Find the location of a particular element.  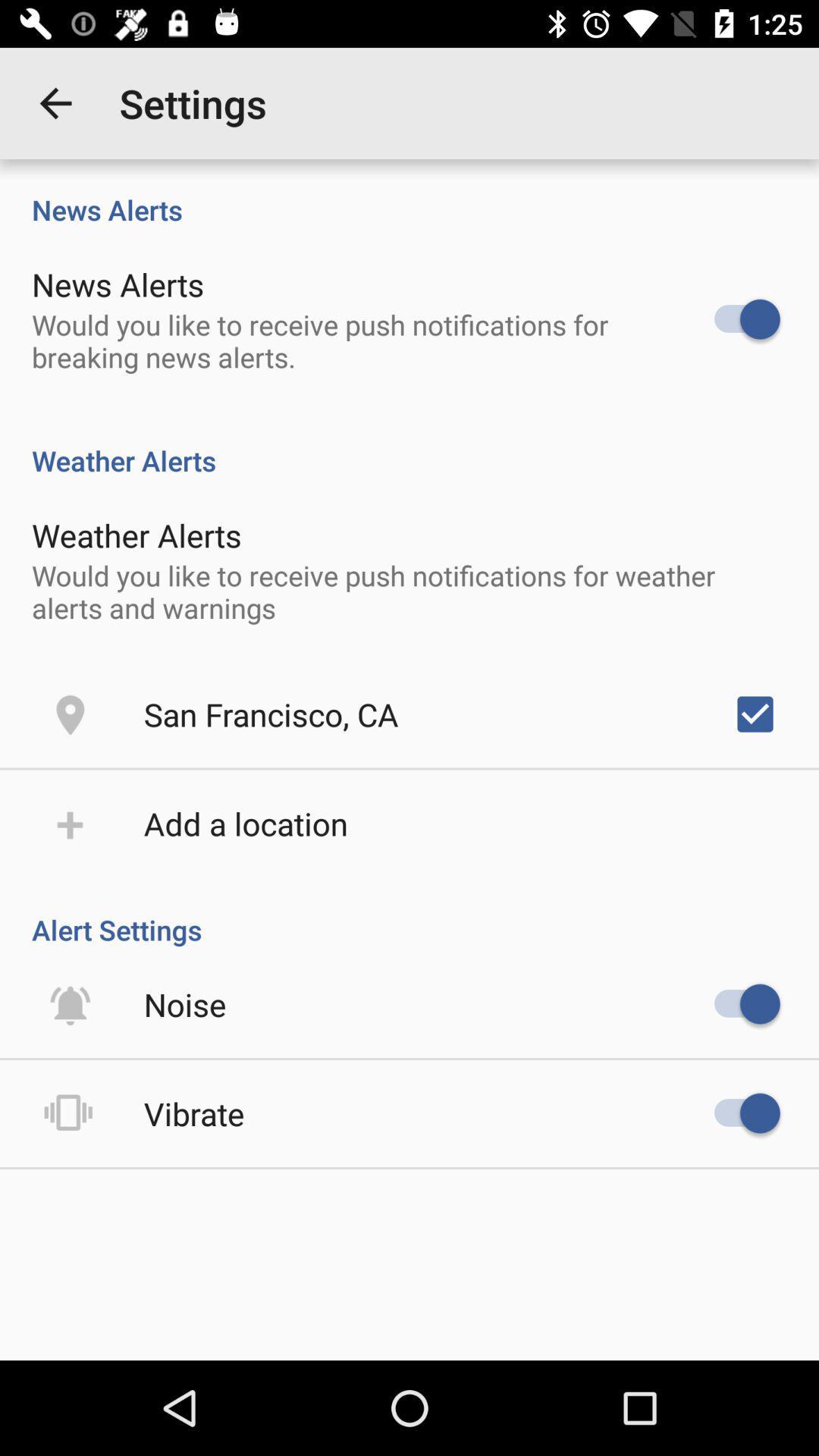

icon above the news alerts item is located at coordinates (55, 102).